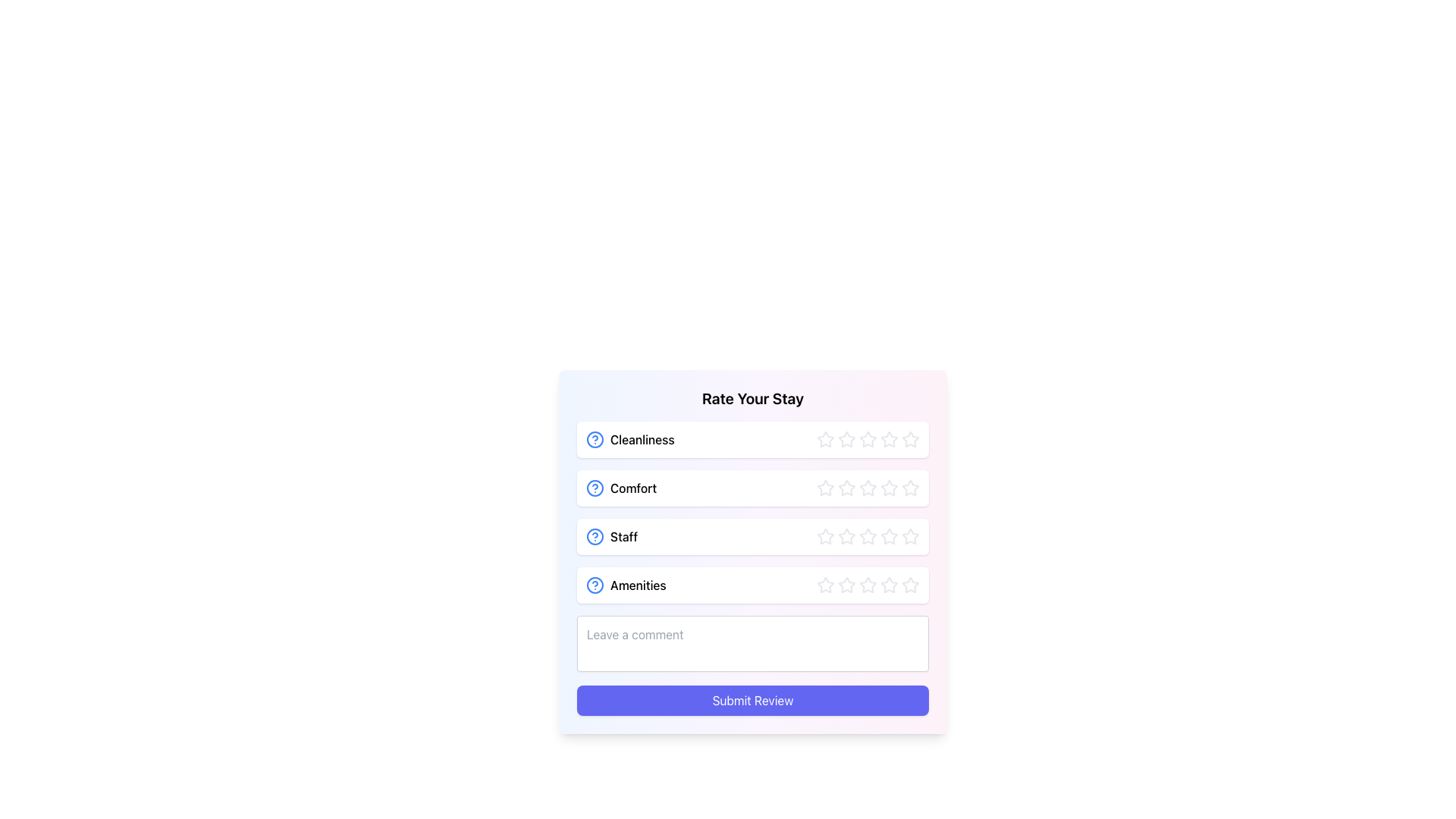 This screenshot has width=1456, height=819. What do you see at coordinates (867, 438) in the screenshot?
I see `the fourth star in the 'Cleanliness' rating row` at bounding box center [867, 438].